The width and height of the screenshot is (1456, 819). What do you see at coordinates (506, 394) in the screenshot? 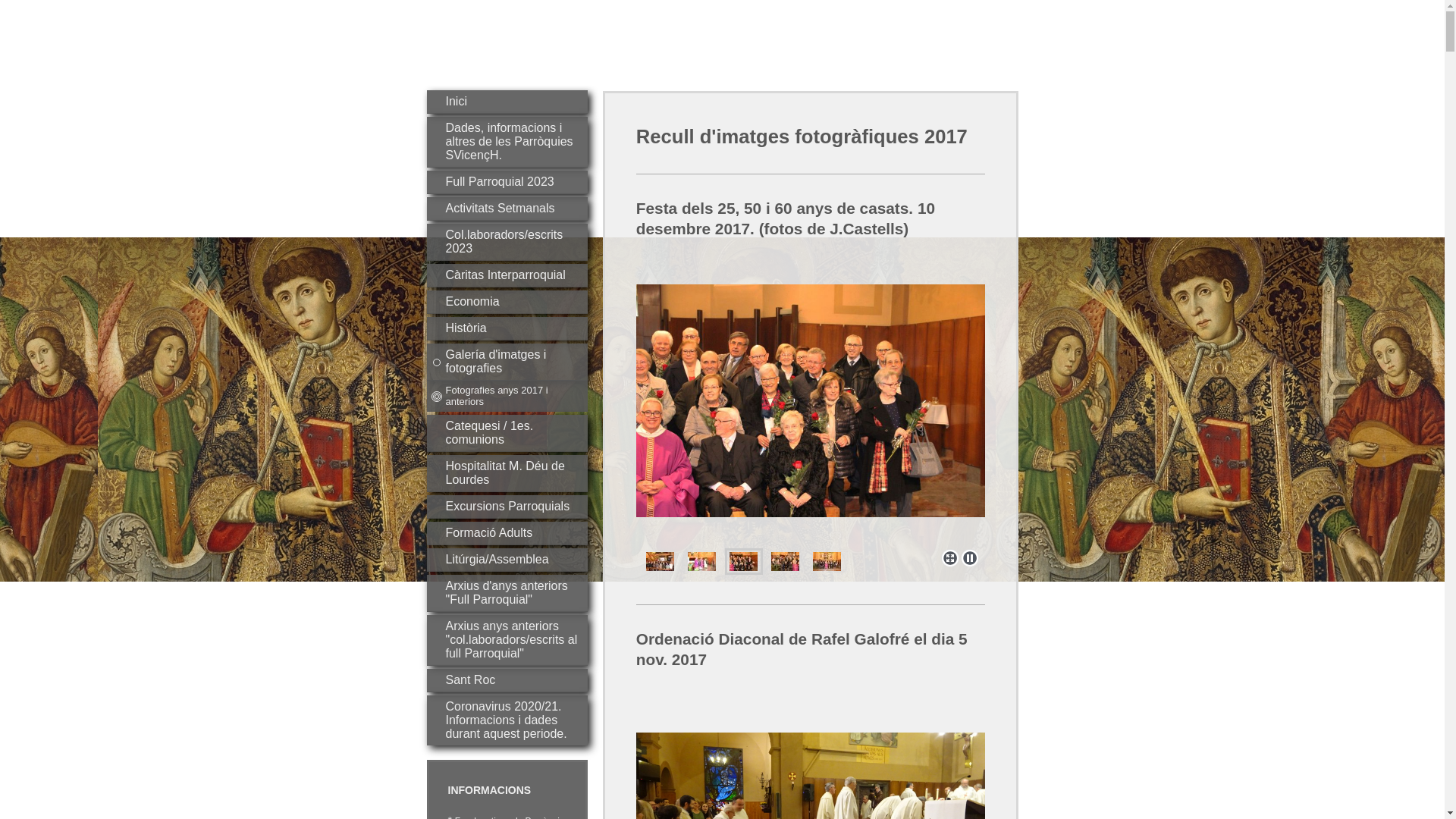
I see `'Fotografies anys 2017 i anteriors'` at bounding box center [506, 394].